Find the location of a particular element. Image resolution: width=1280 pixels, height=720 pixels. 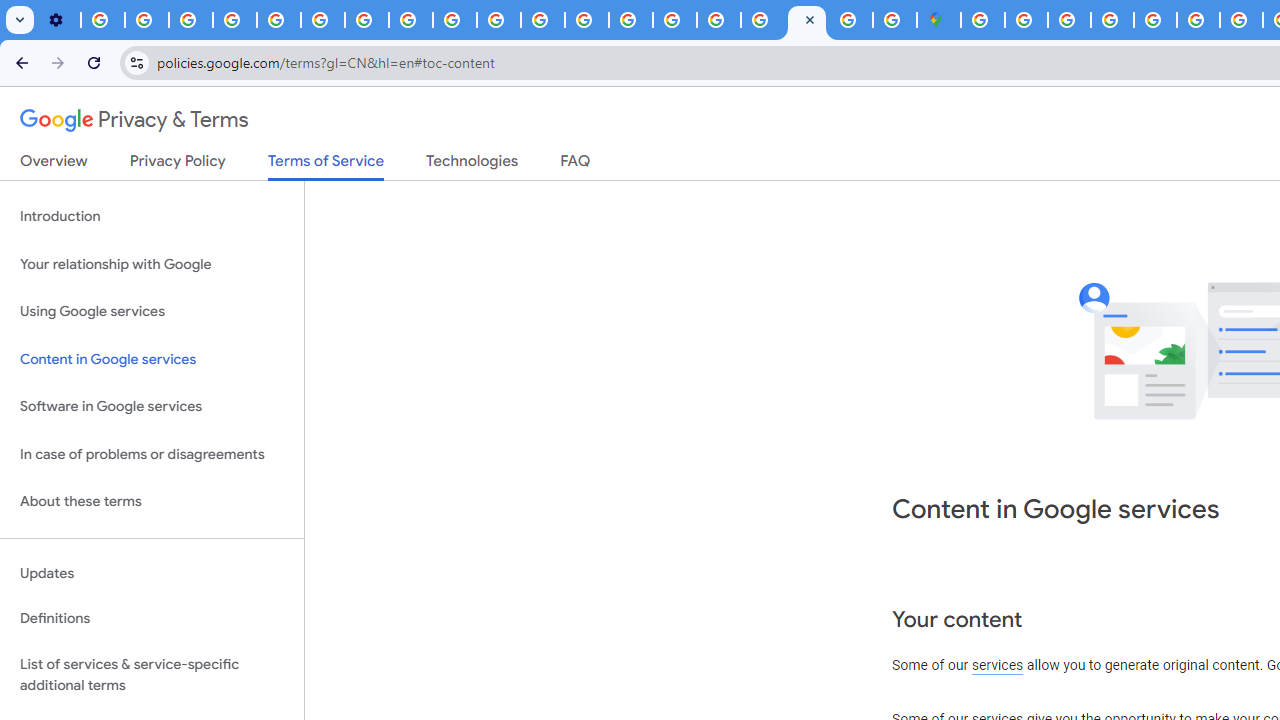

'Software in Google services' is located at coordinates (151, 406).